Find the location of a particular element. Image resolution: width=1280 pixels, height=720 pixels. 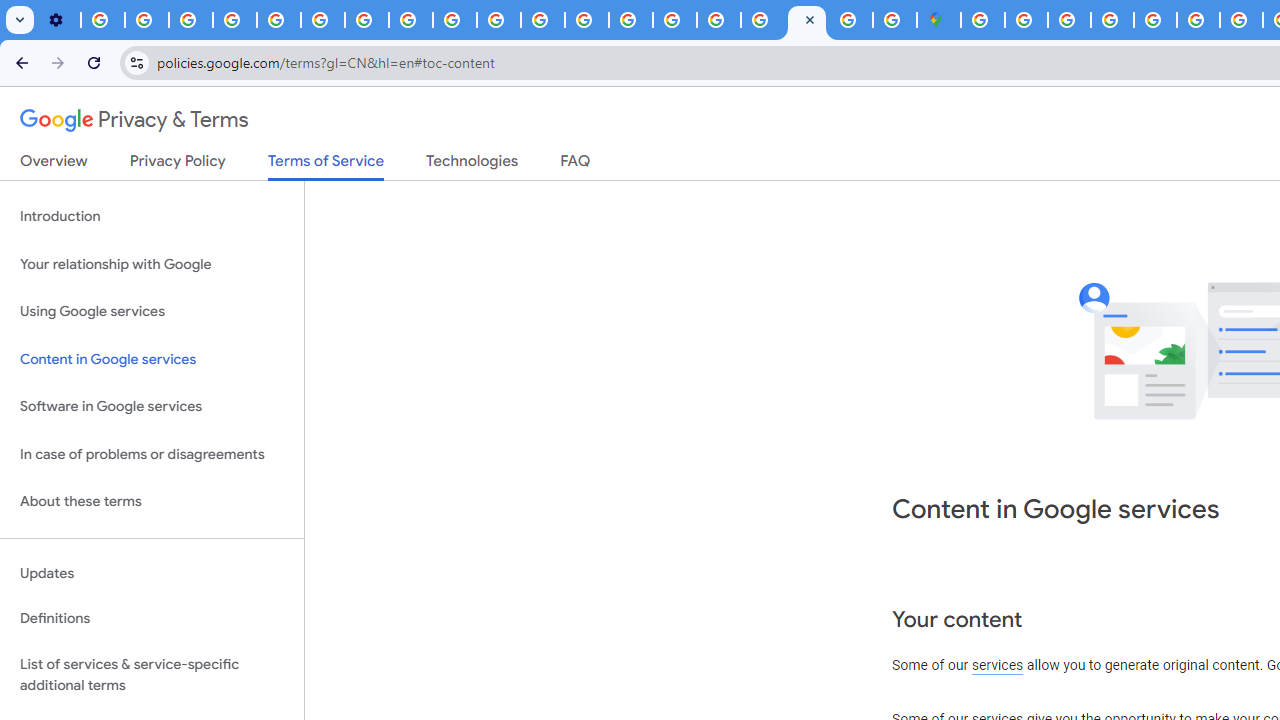

'Software in Google services' is located at coordinates (151, 406).